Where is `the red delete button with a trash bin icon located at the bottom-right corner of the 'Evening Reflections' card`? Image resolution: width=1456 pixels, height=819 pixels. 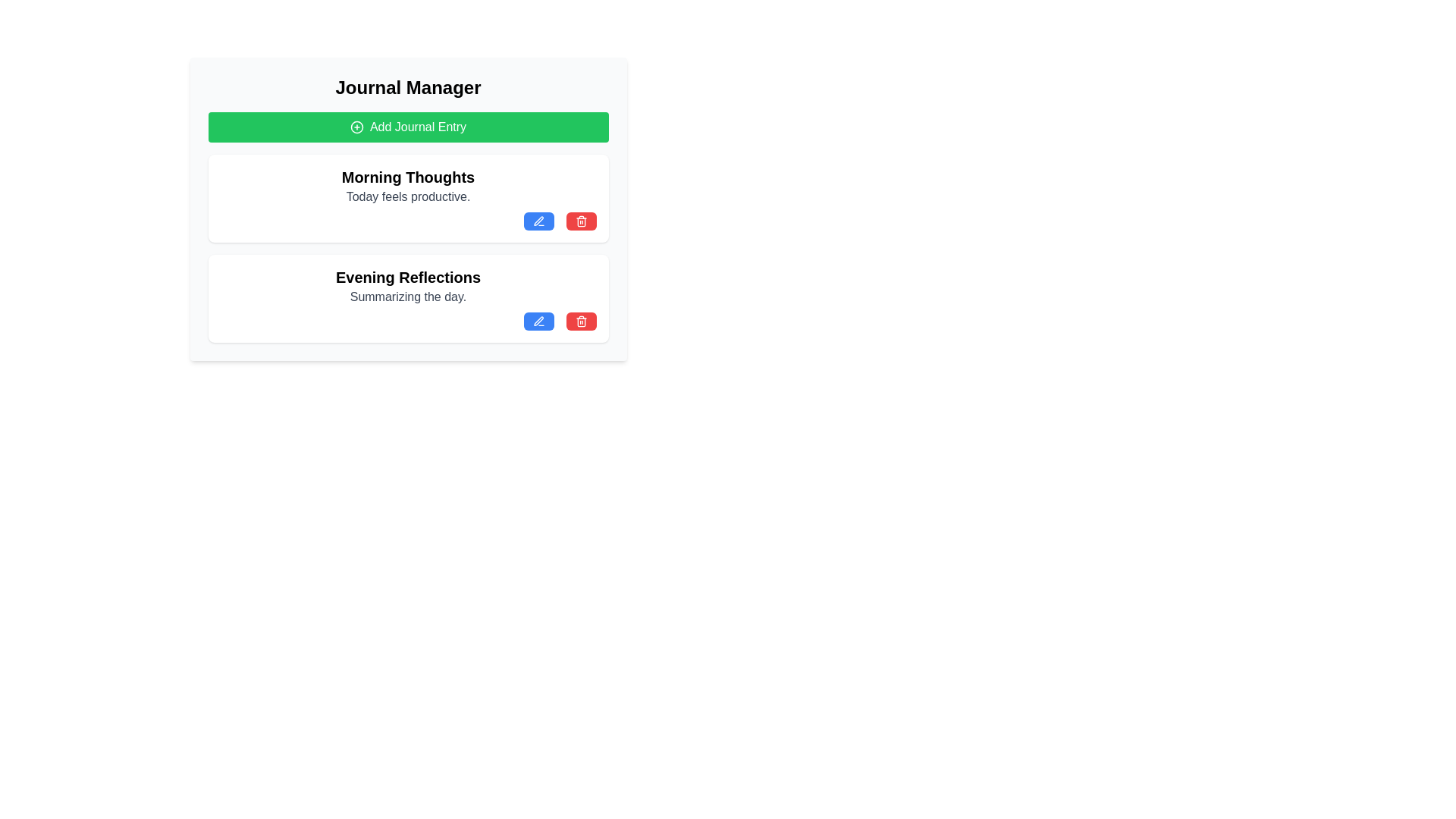
the red delete button with a trash bin icon located at the bottom-right corner of the 'Evening Reflections' card is located at coordinates (580, 321).